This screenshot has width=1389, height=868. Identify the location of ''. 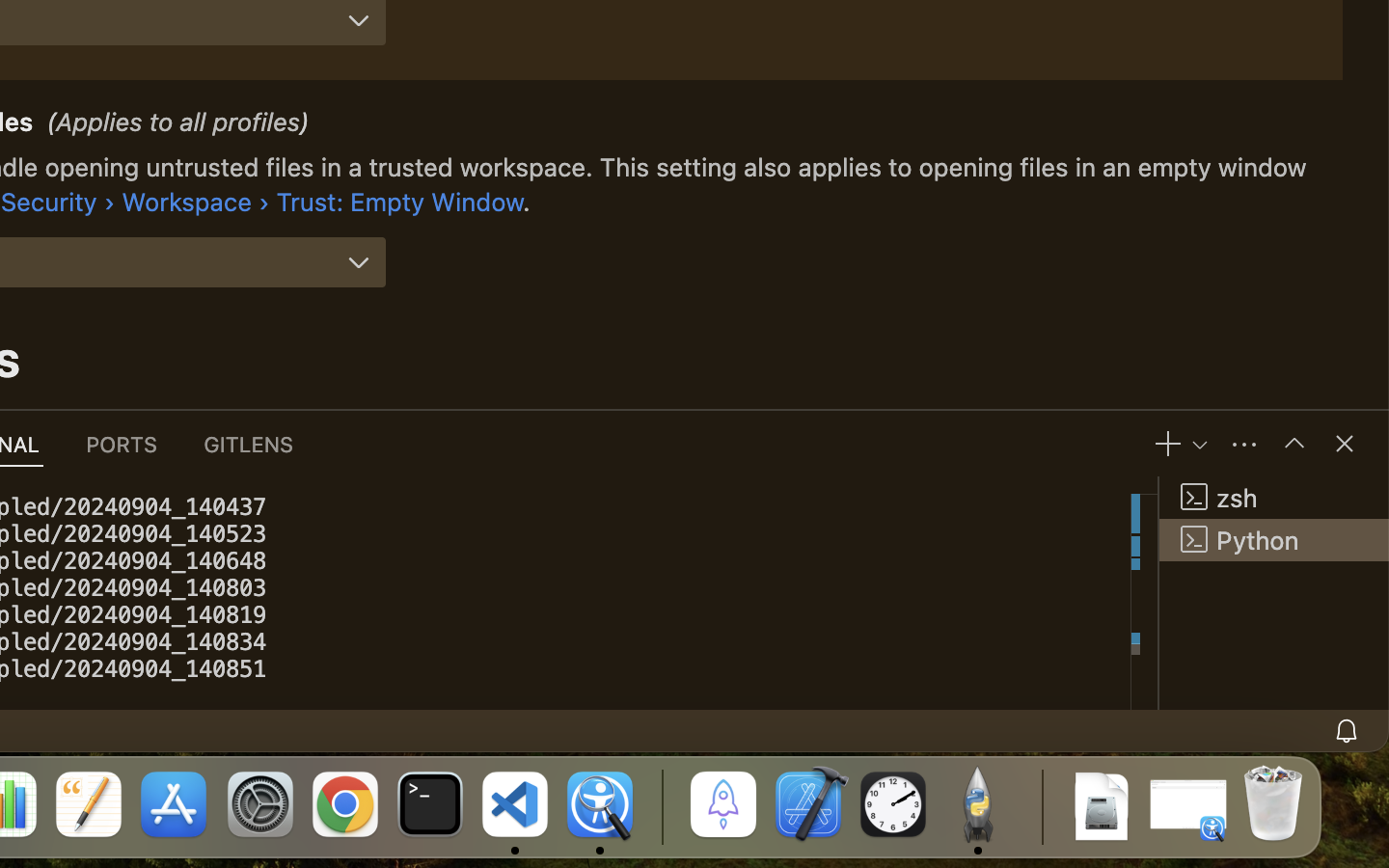
(1293, 442).